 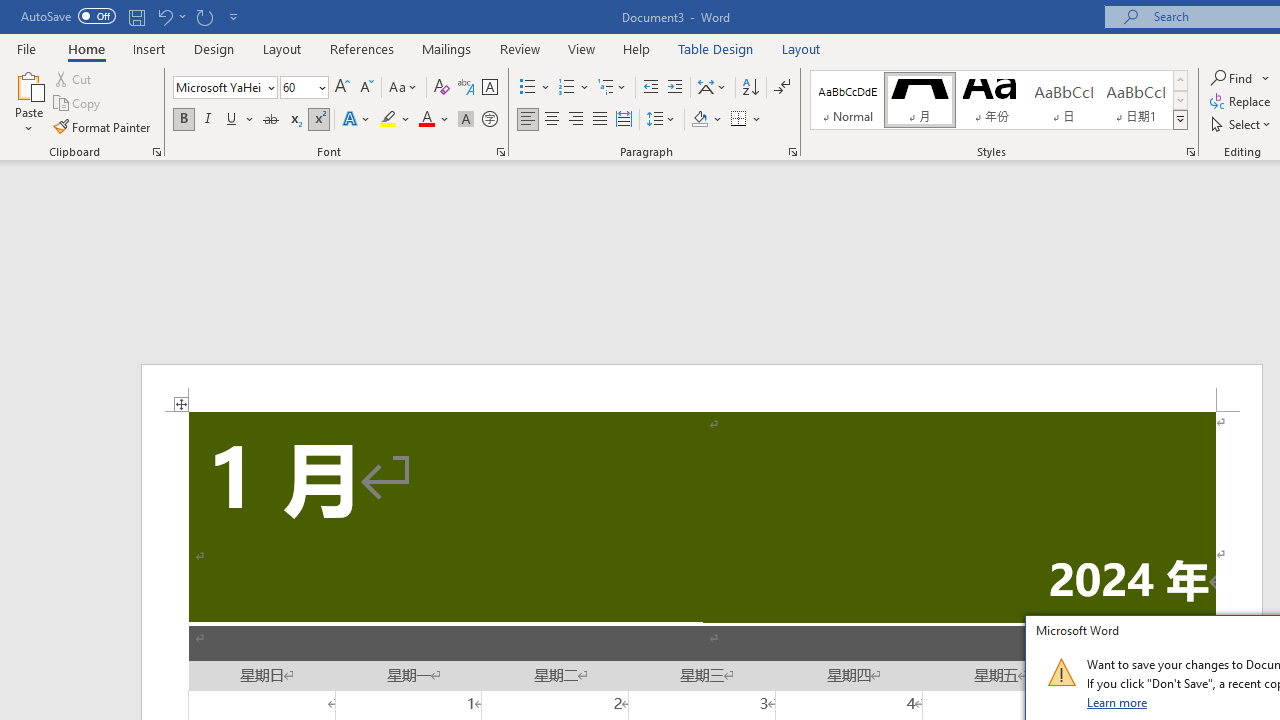 I want to click on 'Decrease Indent', so click(x=650, y=86).